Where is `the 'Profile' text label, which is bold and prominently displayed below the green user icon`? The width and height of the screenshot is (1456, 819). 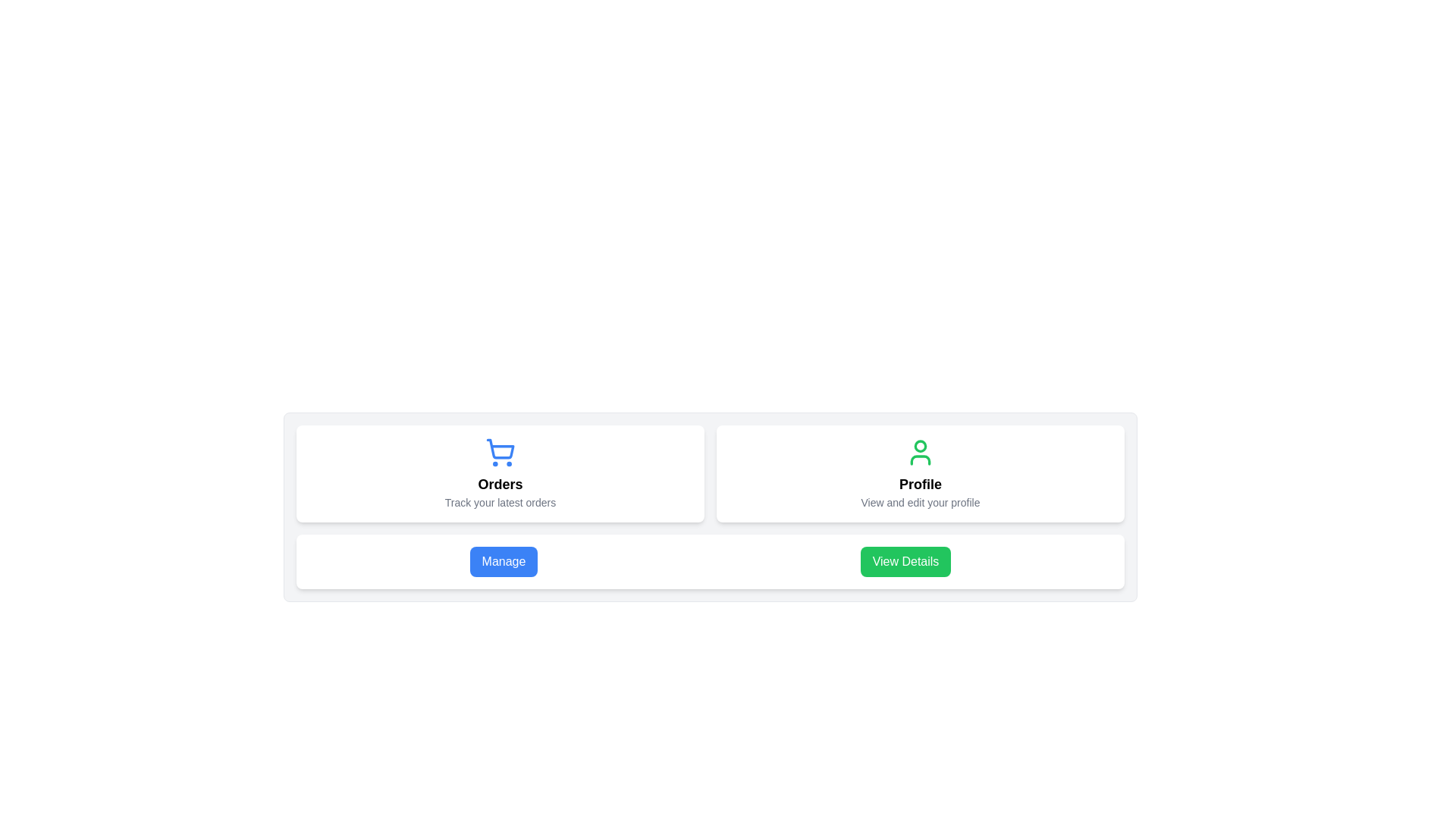 the 'Profile' text label, which is bold and prominently displayed below the green user icon is located at coordinates (920, 485).